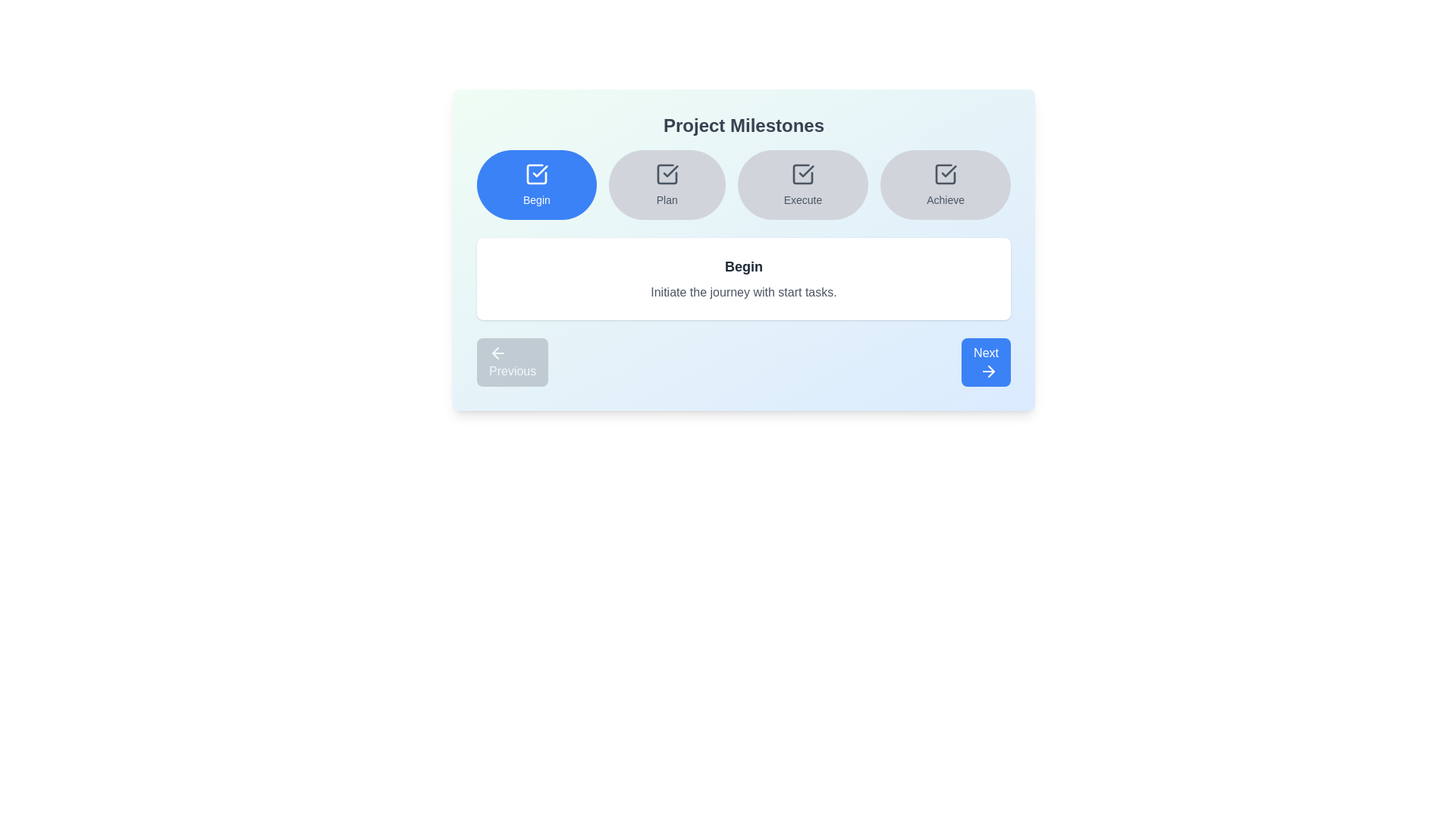 The image size is (1456, 819). What do you see at coordinates (667, 184) in the screenshot?
I see `the 'Plan' button, which is a rounded rectangular button with a gray background and centered text 'Plan', located to the right of the 'Begin' button` at bounding box center [667, 184].